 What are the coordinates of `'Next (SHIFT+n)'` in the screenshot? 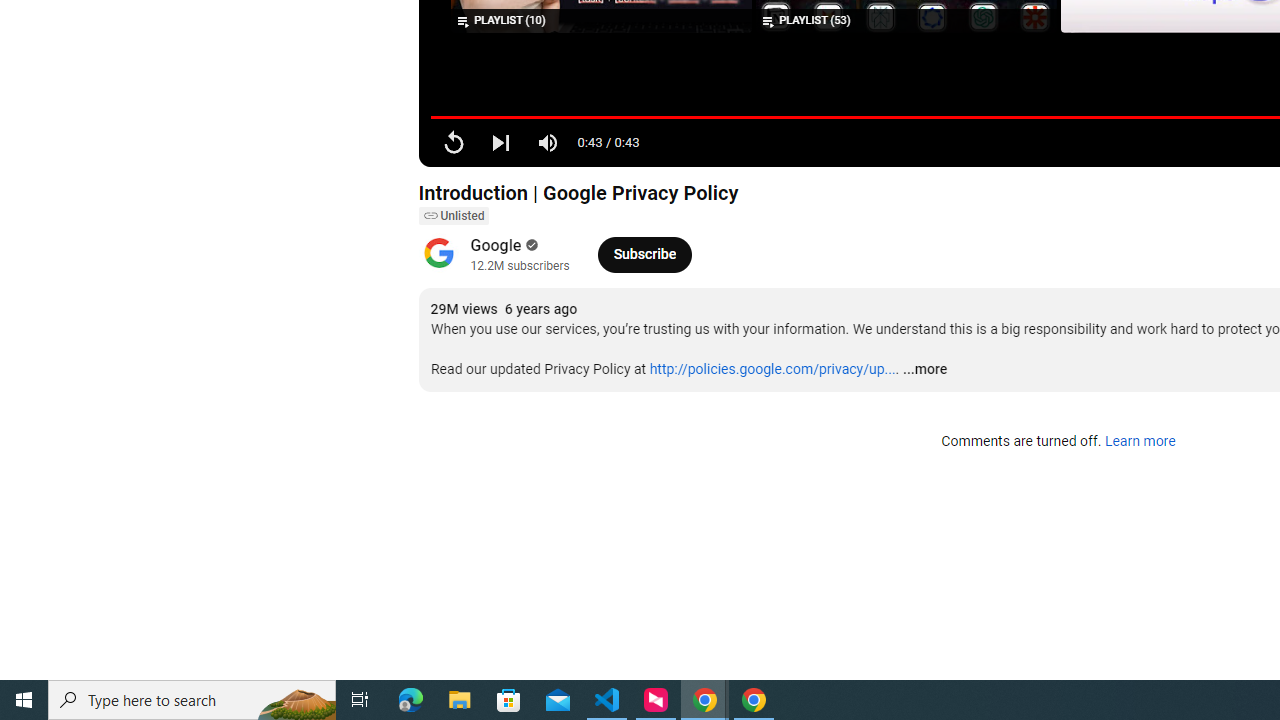 It's located at (500, 141).